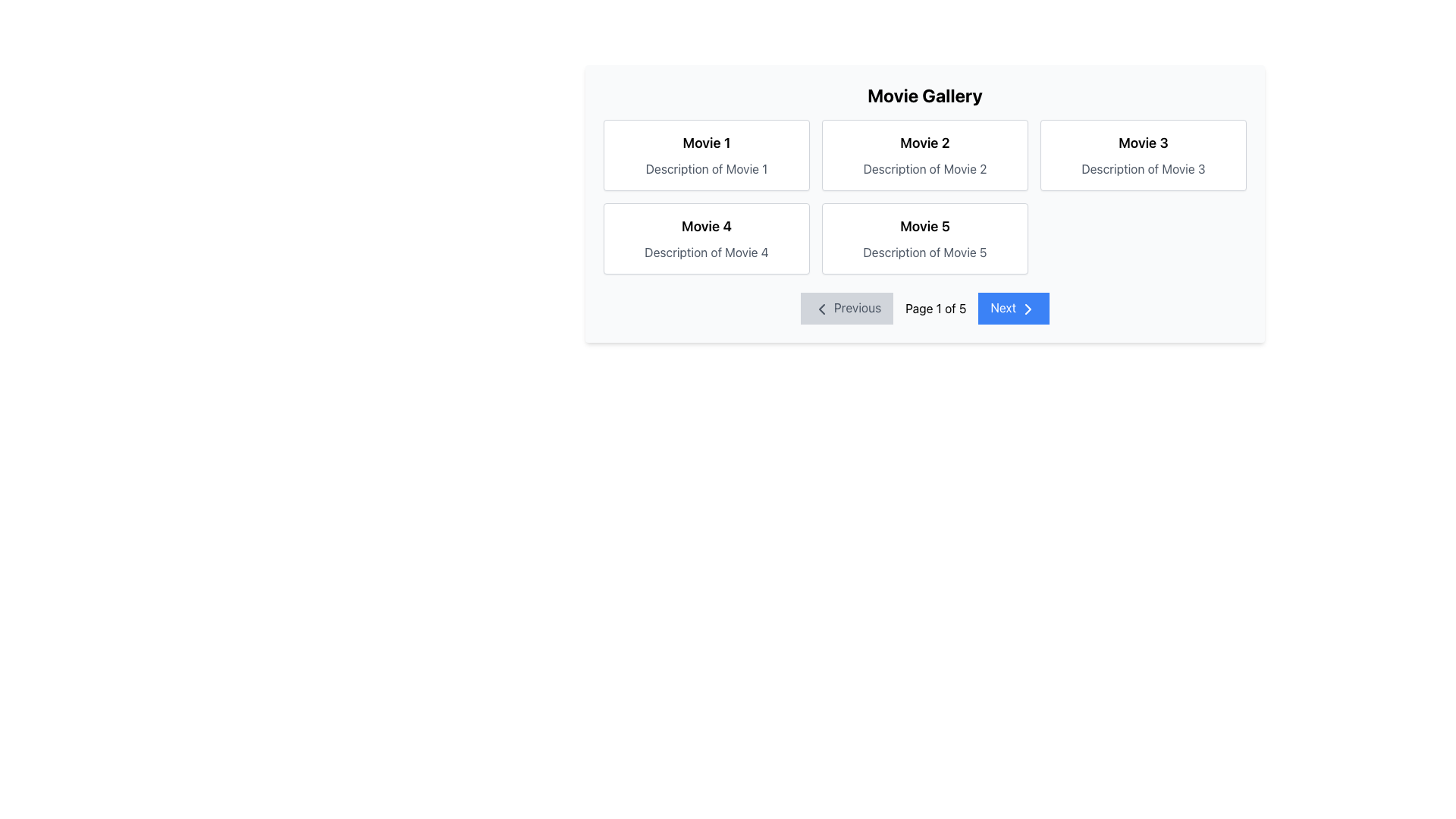 This screenshot has height=819, width=1456. Describe the element at coordinates (924, 96) in the screenshot. I see `the bold, centered title text labeled 'Movie Gallery' located at the top center of the movie gallery interface` at that location.